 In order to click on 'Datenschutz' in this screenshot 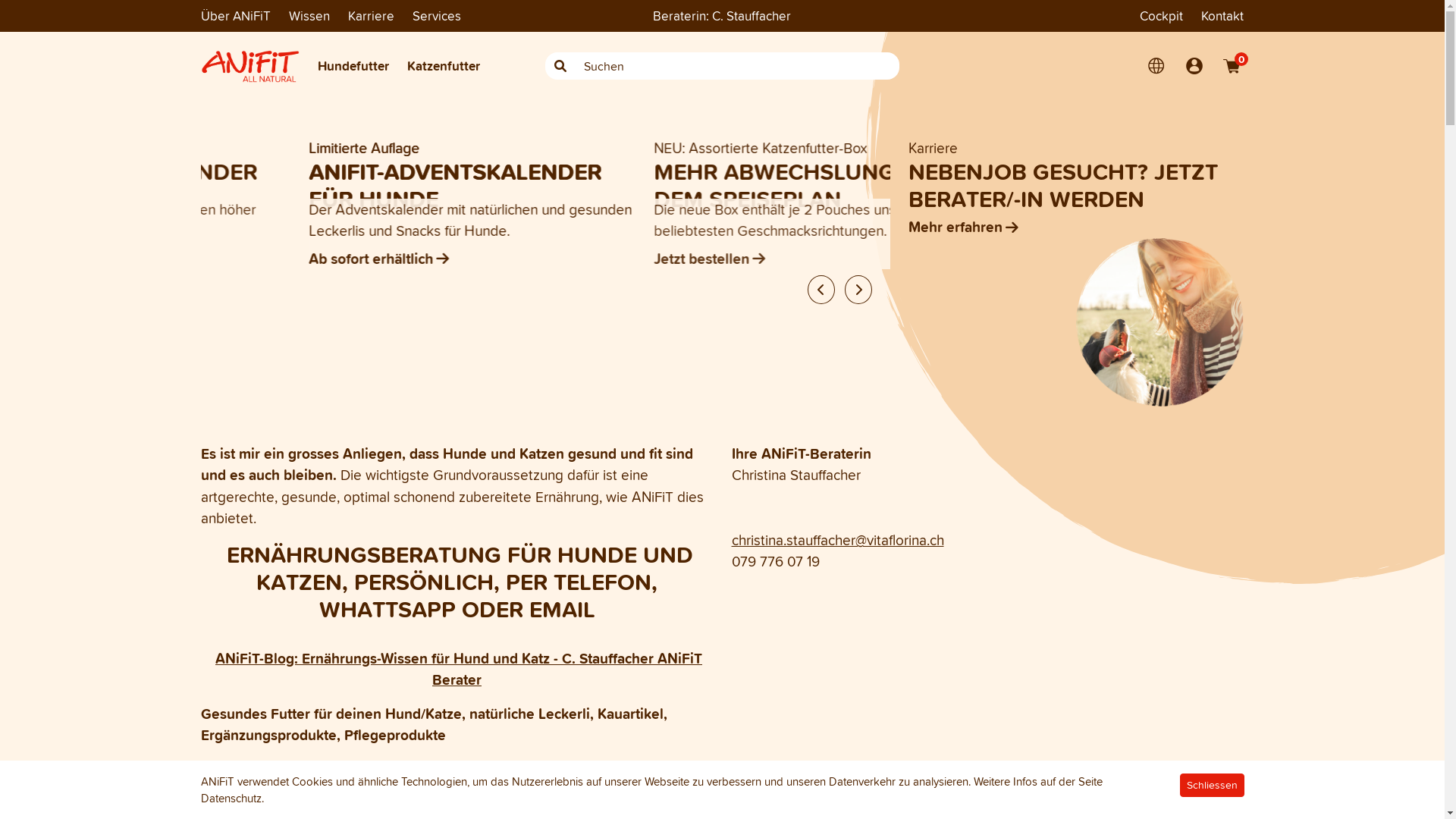, I will do `click(229, 798)`.